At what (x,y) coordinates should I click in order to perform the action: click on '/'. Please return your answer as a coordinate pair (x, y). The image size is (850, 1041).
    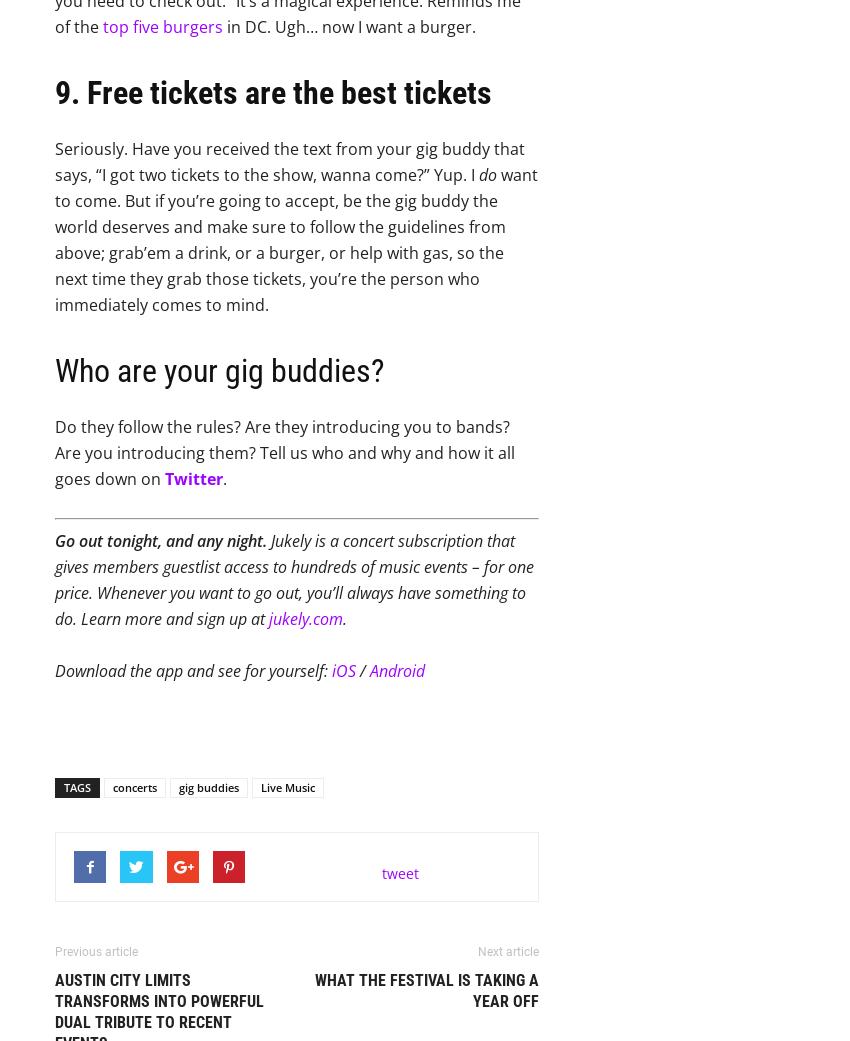
    Looking at the image, I should click on (362, 670).